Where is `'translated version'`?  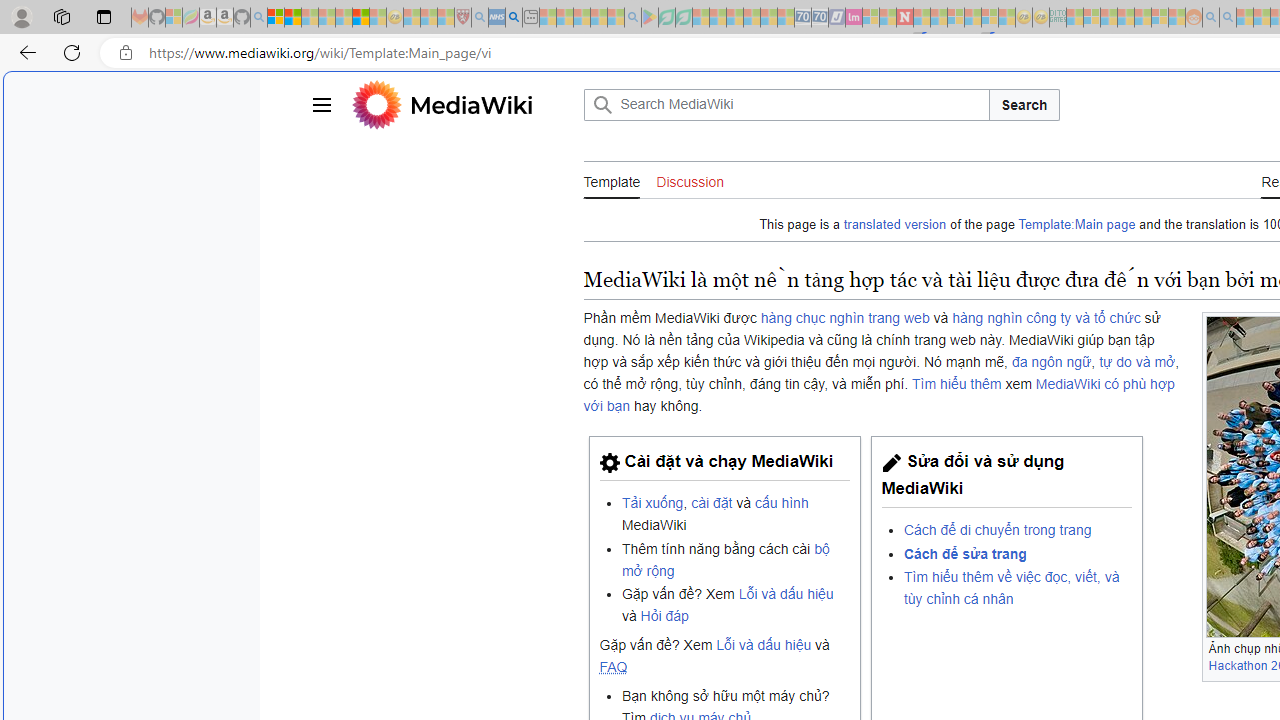
'translated version' is located at coordinates (894, 225).